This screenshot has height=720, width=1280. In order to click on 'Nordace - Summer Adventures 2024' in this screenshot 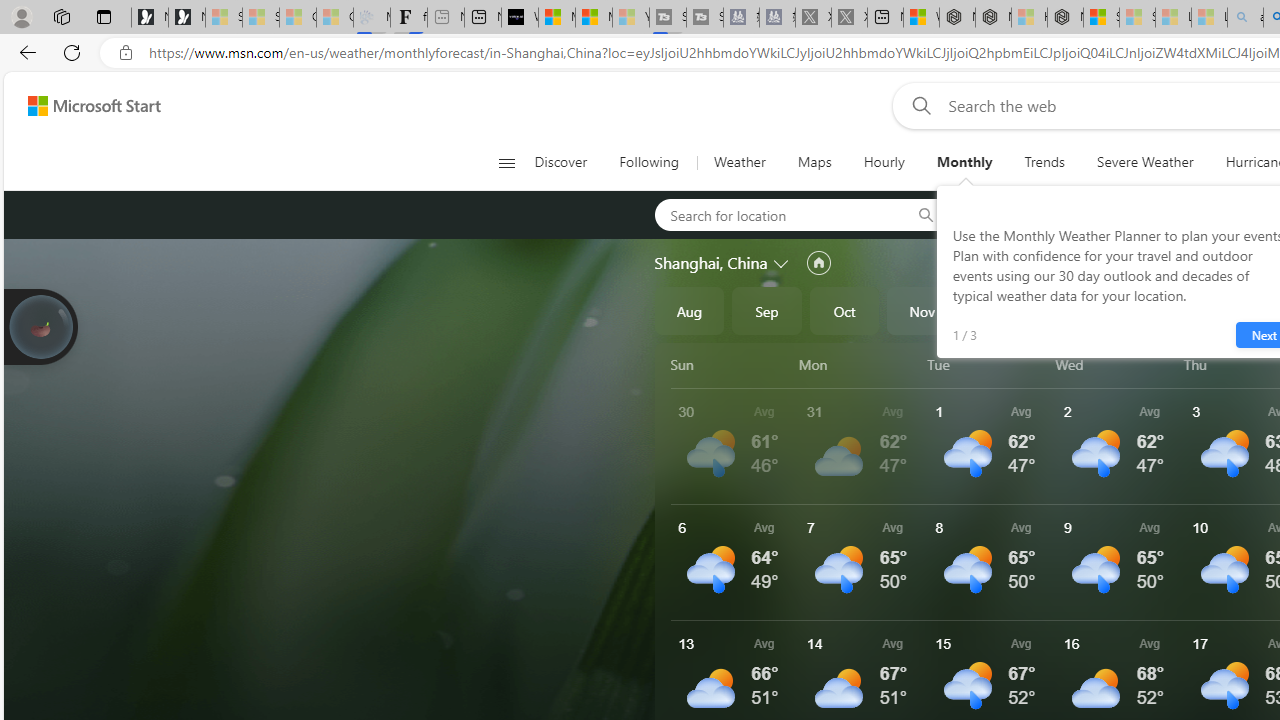, I will do `click(993, 17)`.